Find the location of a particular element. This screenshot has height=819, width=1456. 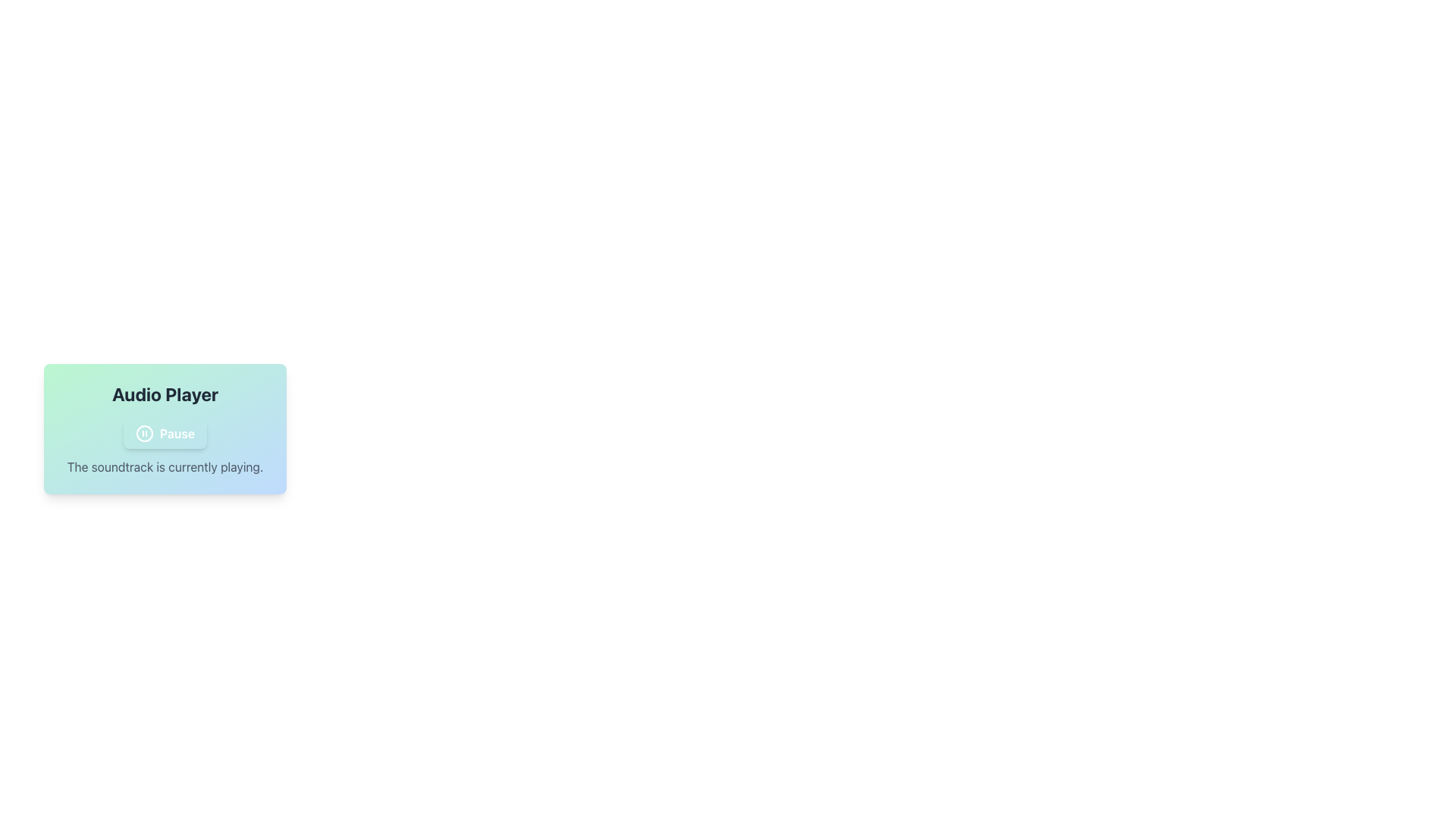

the visual representation of the pause icon in the audio player, located at the center of the button labeled 'Pause.' is located at coordinates (145, 433).